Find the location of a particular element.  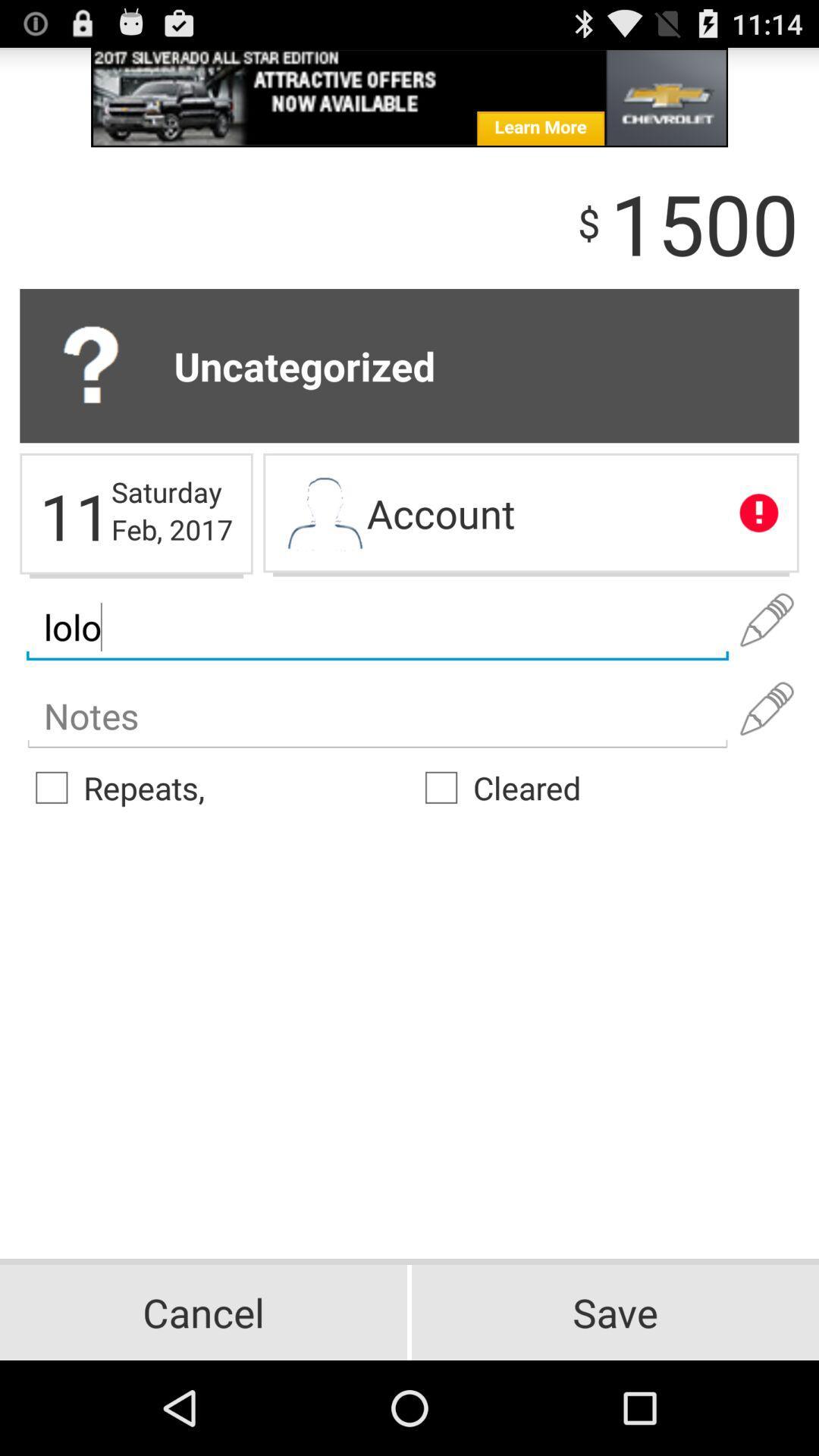

edit option is located at coordinates (767, 620).